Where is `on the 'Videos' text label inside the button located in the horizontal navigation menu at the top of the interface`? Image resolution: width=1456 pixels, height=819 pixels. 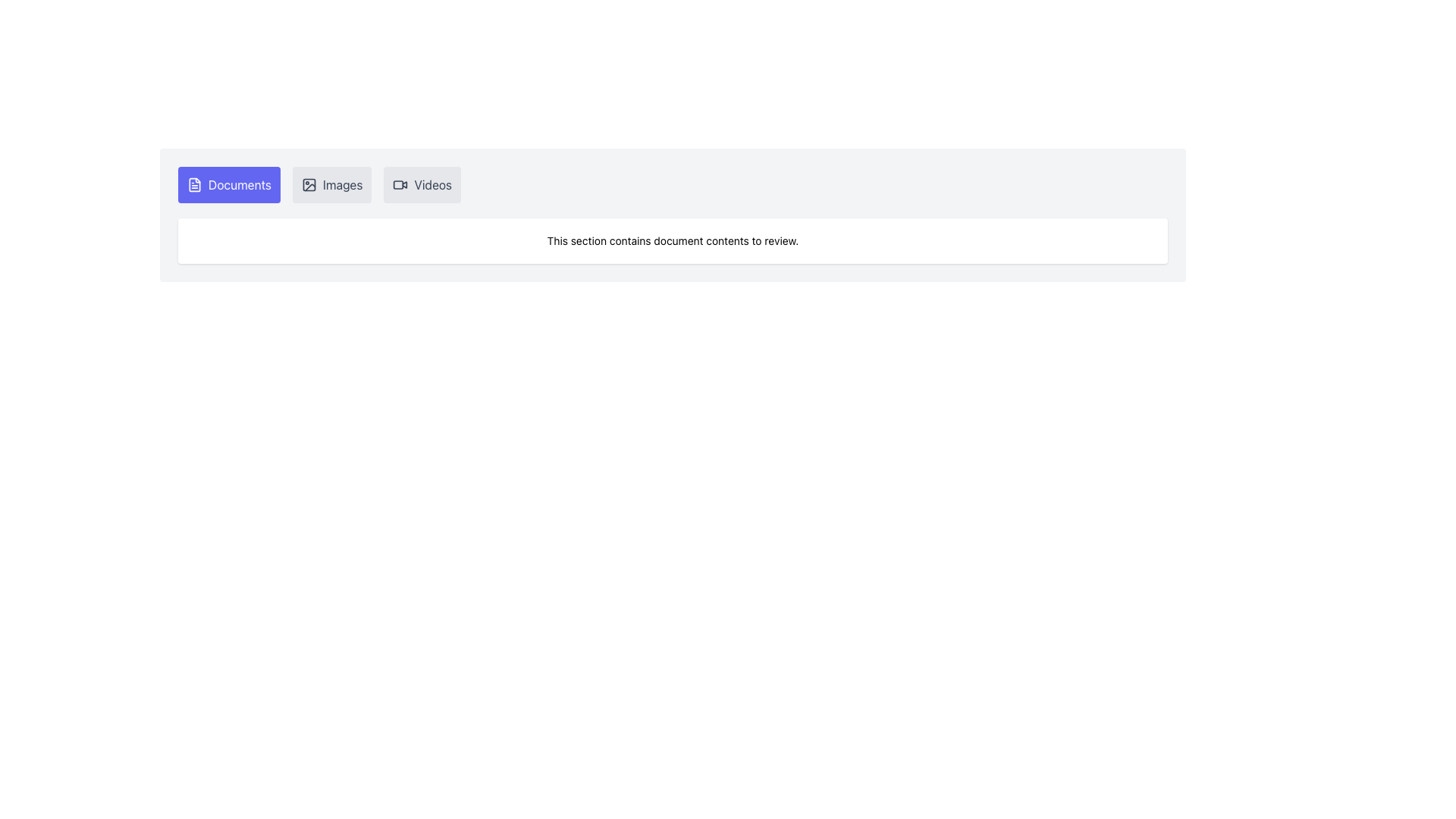
on the 'Videos' text label inside the button located in the horizontal navigation menu at the top of the interface is located at coordinates (432, 184).